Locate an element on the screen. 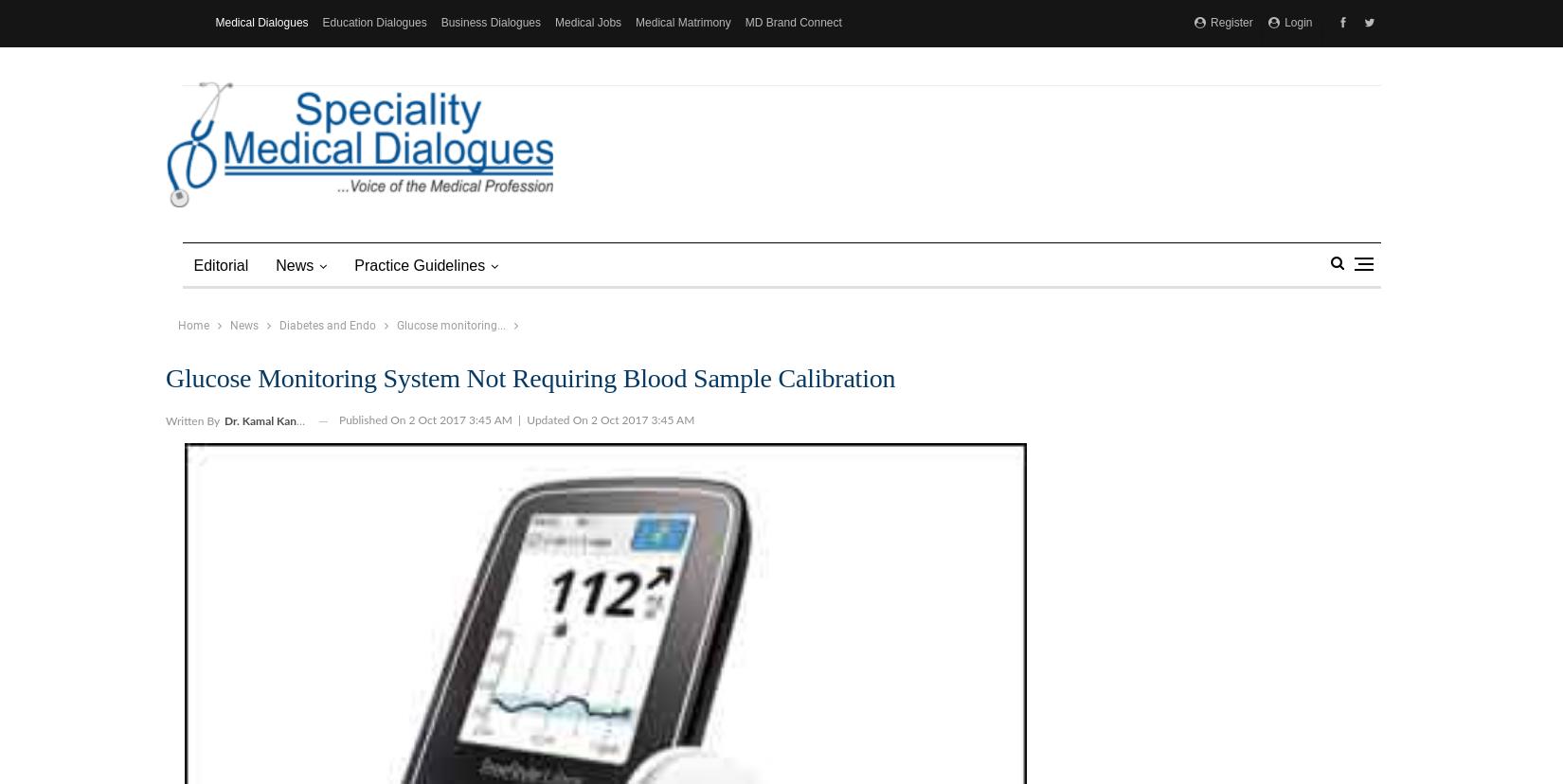 This screenshot has height=784, width=1563. 'Education Dialogues' is located at coordinates (374, 23).